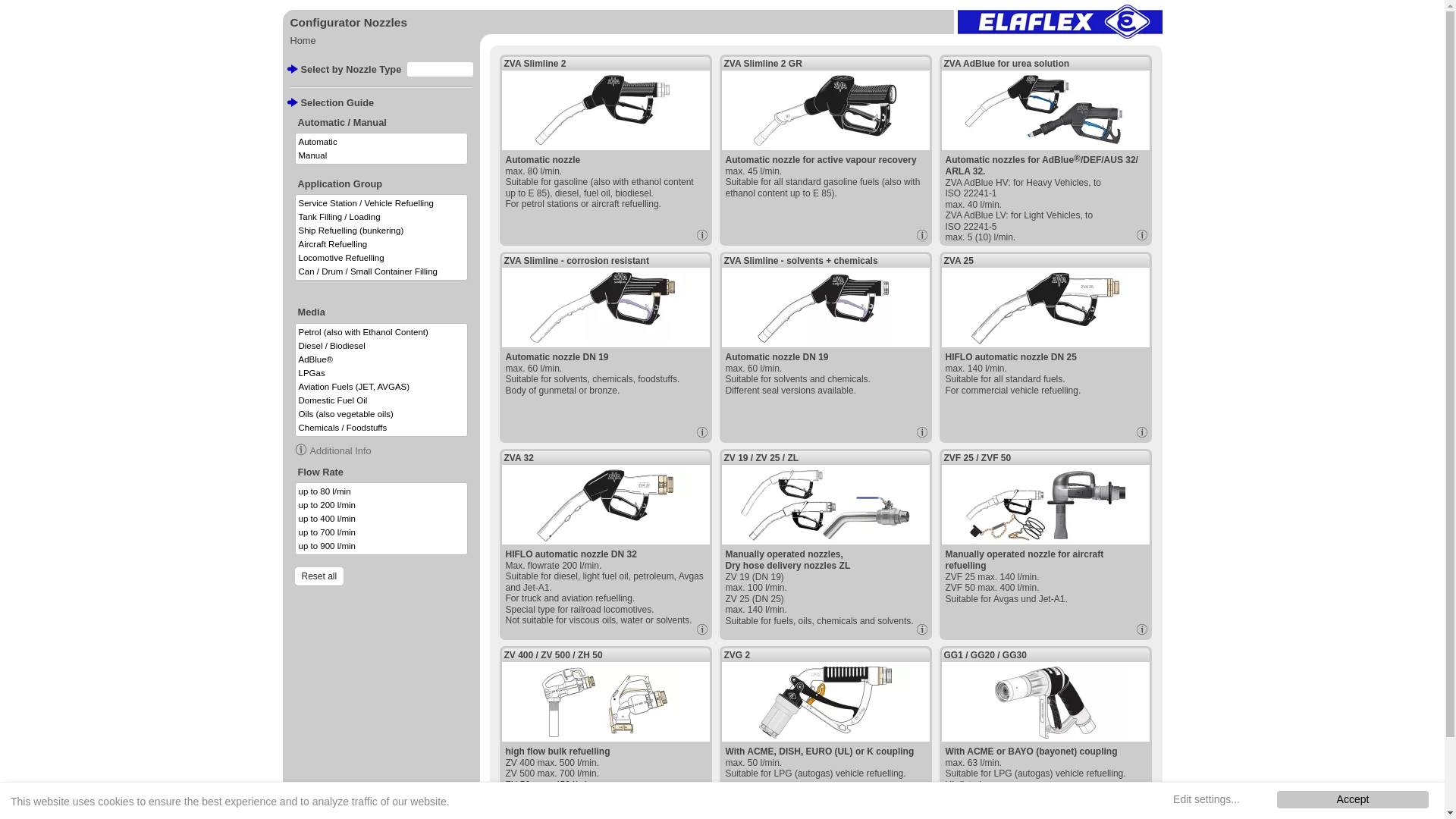 This screenshot has width=1456, height=819. Describe the element at coordinates (381, 216) in the screenshot. I see `'Tank Filling / Loading'` at that location.